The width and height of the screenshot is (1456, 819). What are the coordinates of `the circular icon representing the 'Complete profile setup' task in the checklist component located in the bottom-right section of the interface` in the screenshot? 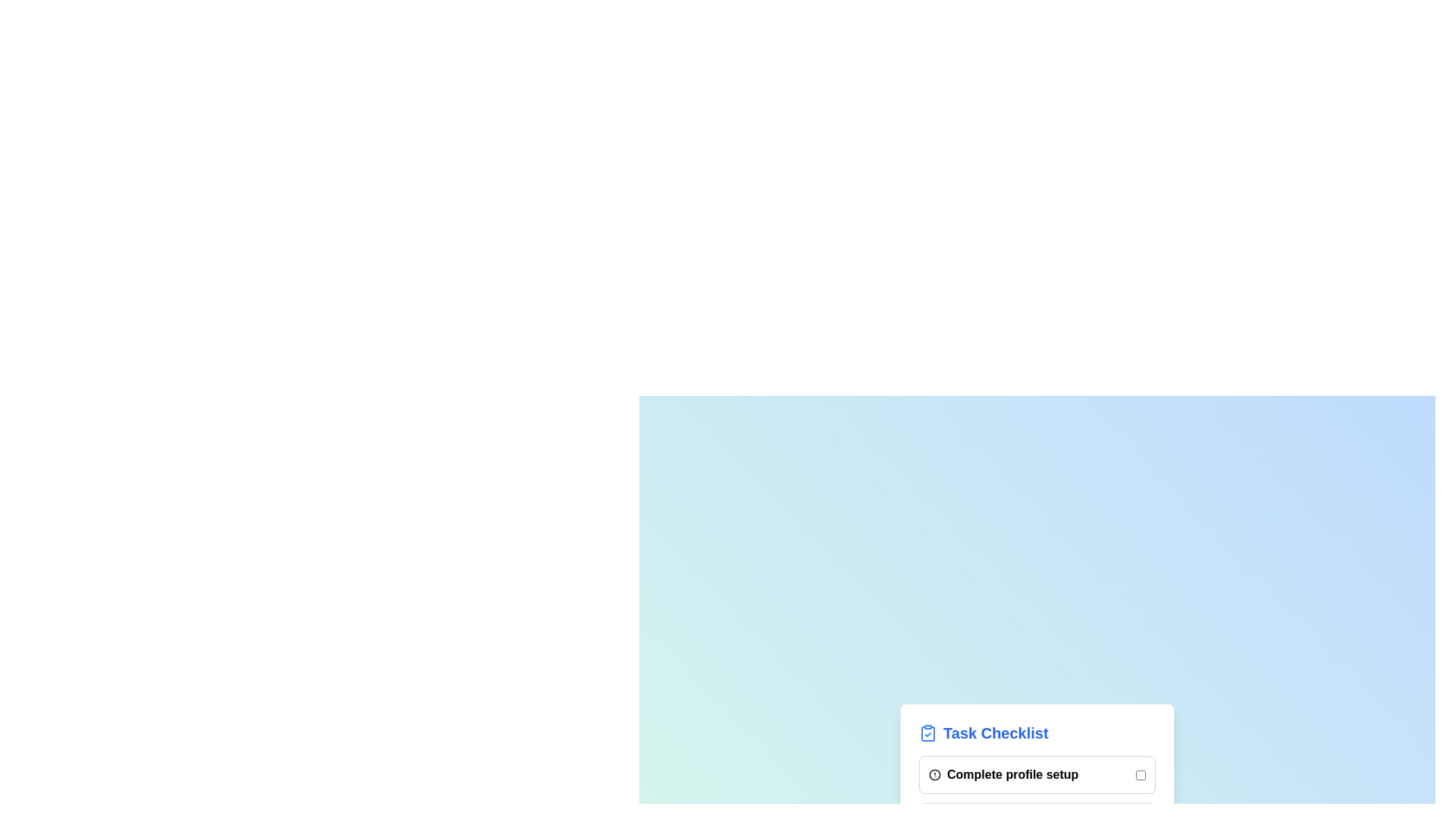 It's located at (934, 775).